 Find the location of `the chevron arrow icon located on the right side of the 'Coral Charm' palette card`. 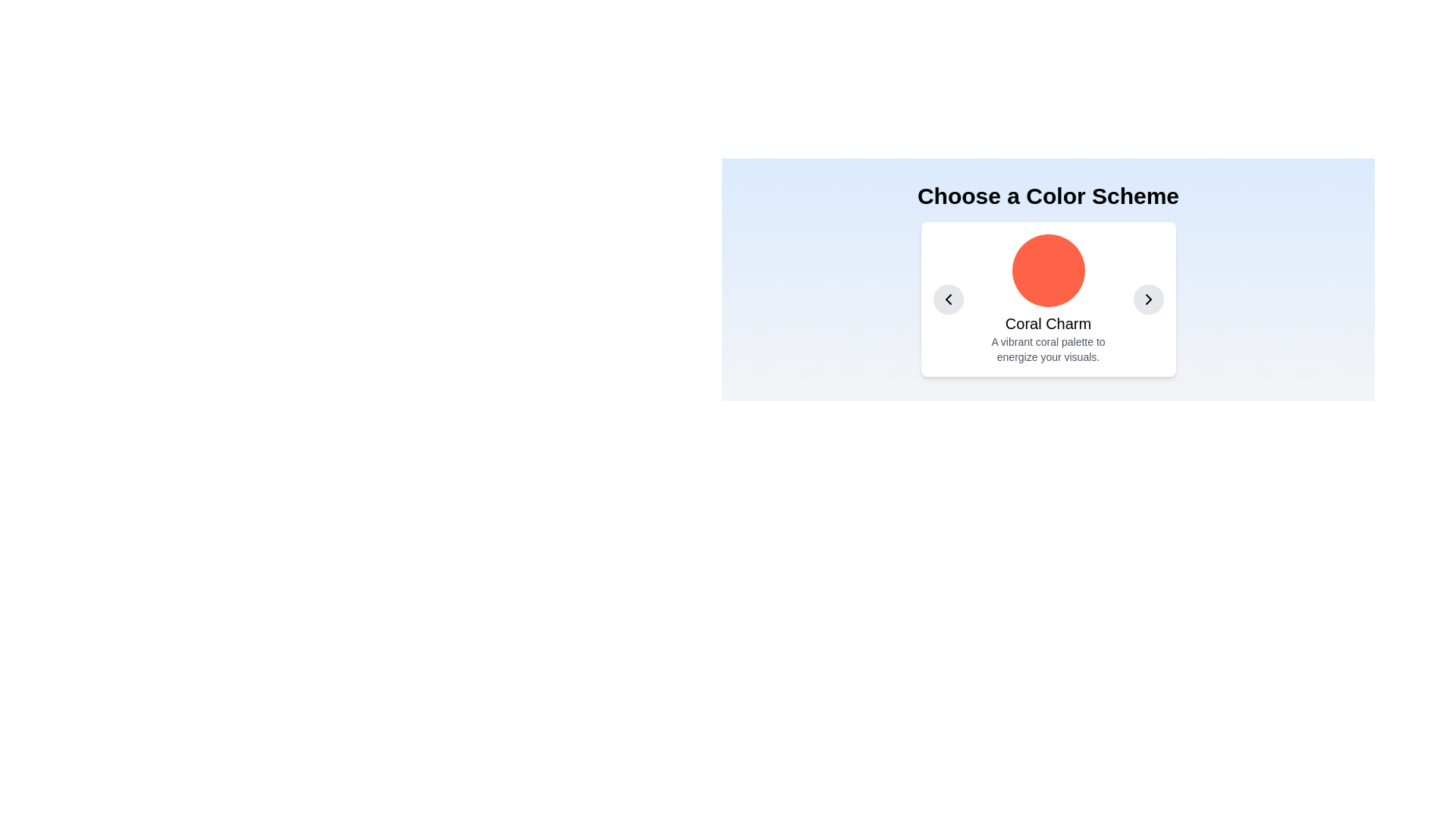

the chevron arrow icon located on the right side of the 'Coral Charm' palette card is located at coordinates (1148, 299).